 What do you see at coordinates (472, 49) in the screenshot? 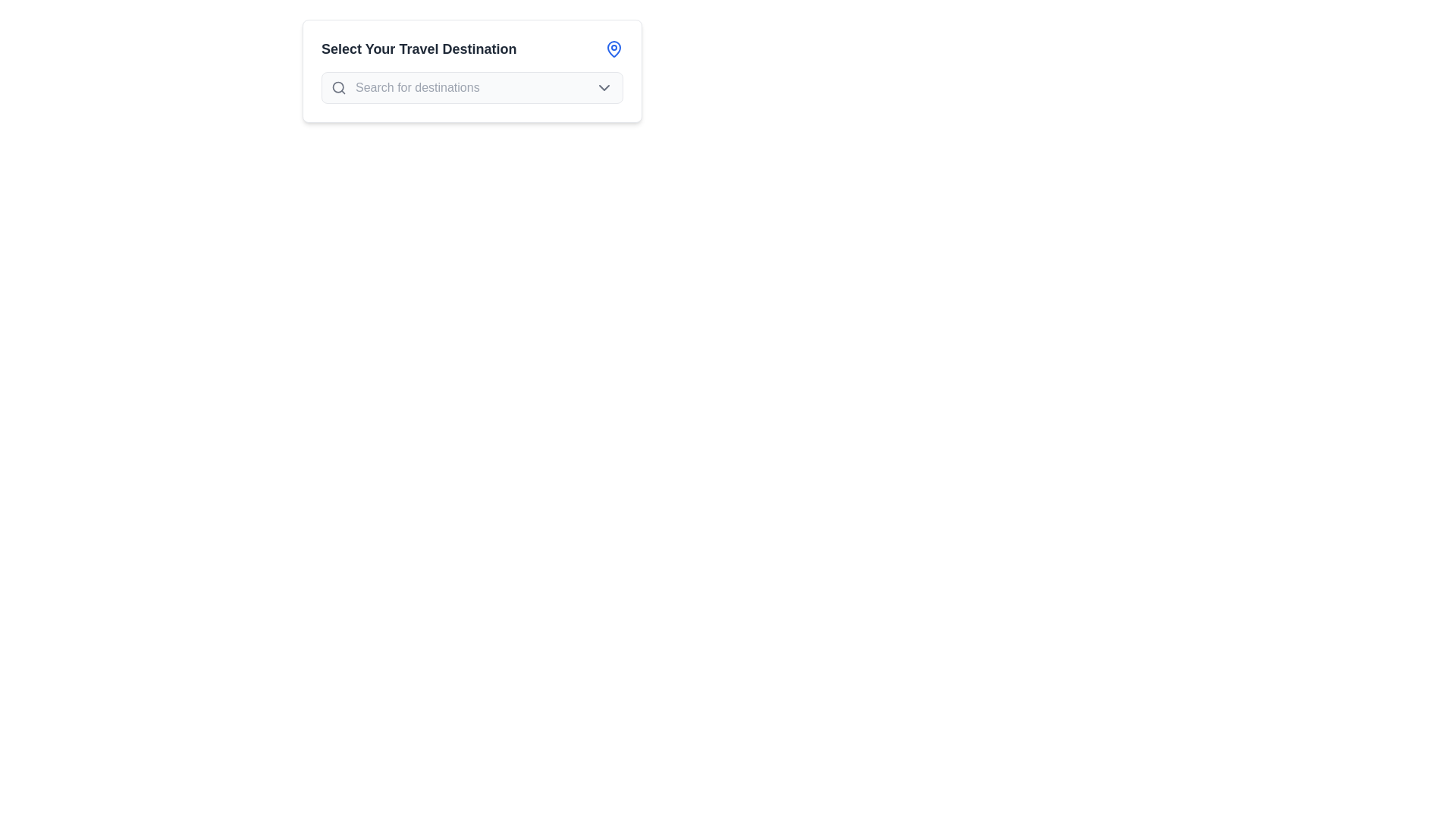
I see `the Text Header with Icon that indicates the purpose of the search input field for travel destinations` at bounding box center [472, 49].